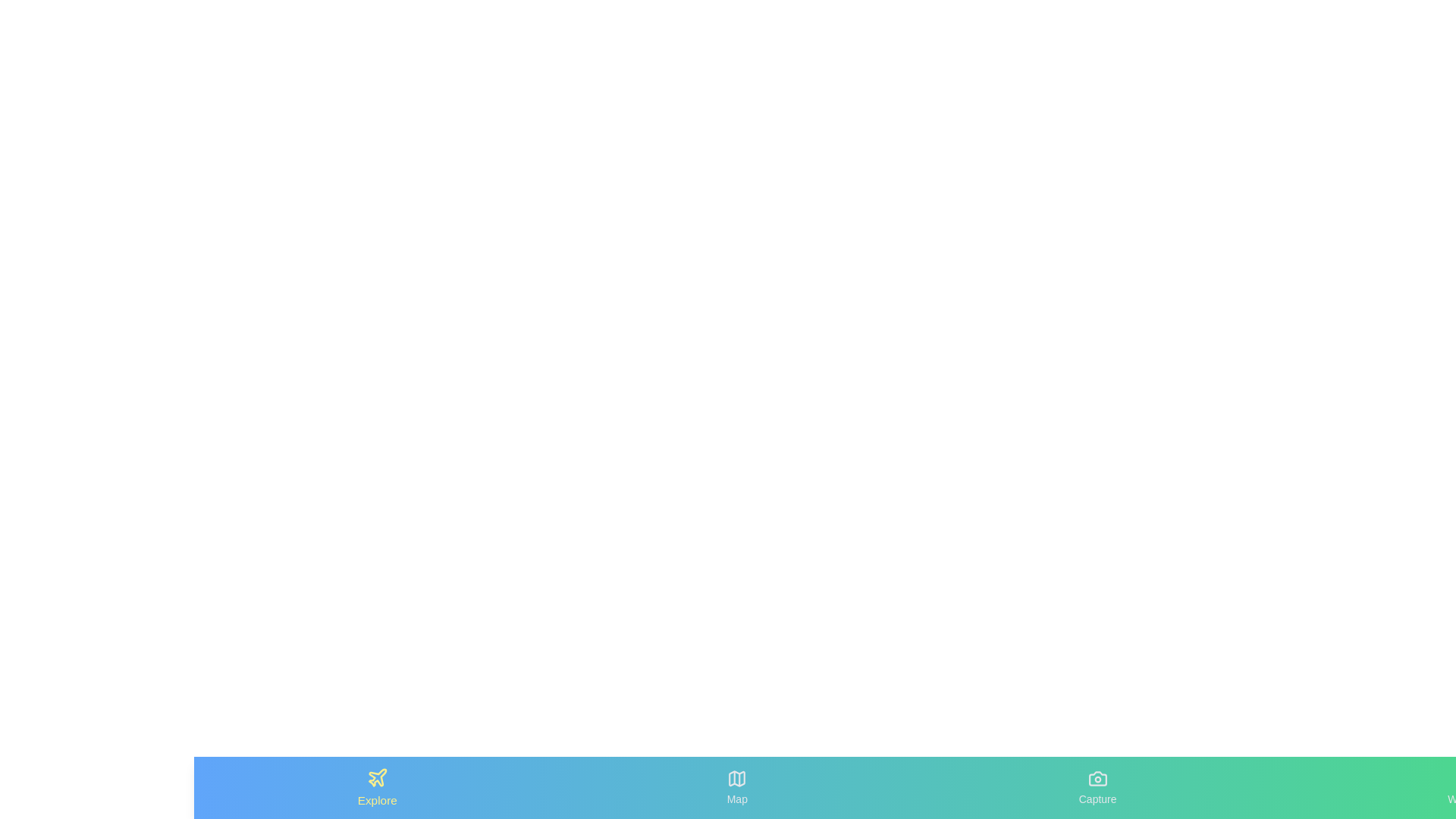 The height and width of the screenshot is (819, 1456). I want to click on the Capture tab by clicking on it, so click(1098, 786).